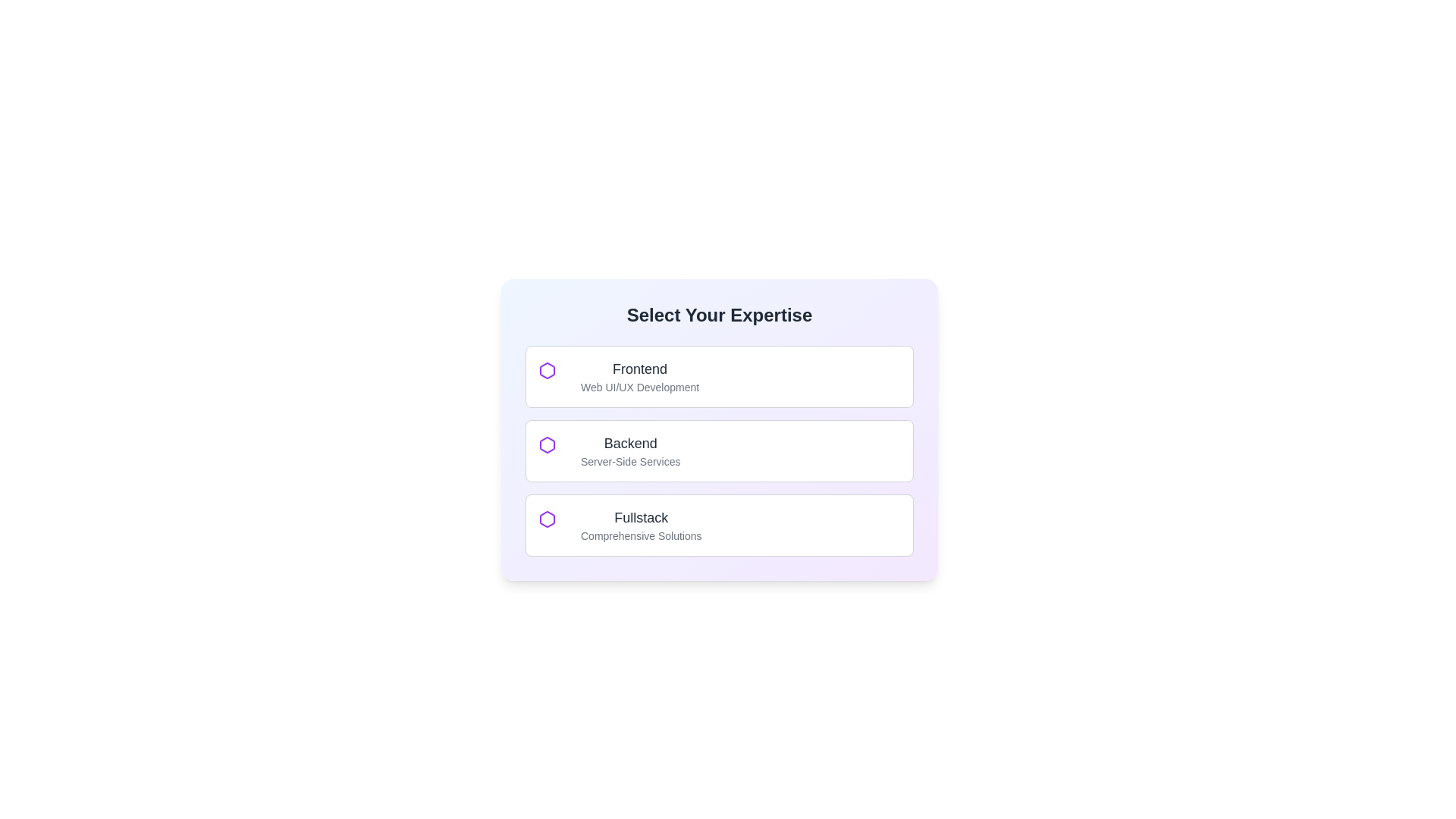  Describe the element at coordinates (641, 516) in the screenshot. I see `the static text label displaying 'Fullstack' within the third choice box of the options list titled 'Select Your Expertise'` at that location.